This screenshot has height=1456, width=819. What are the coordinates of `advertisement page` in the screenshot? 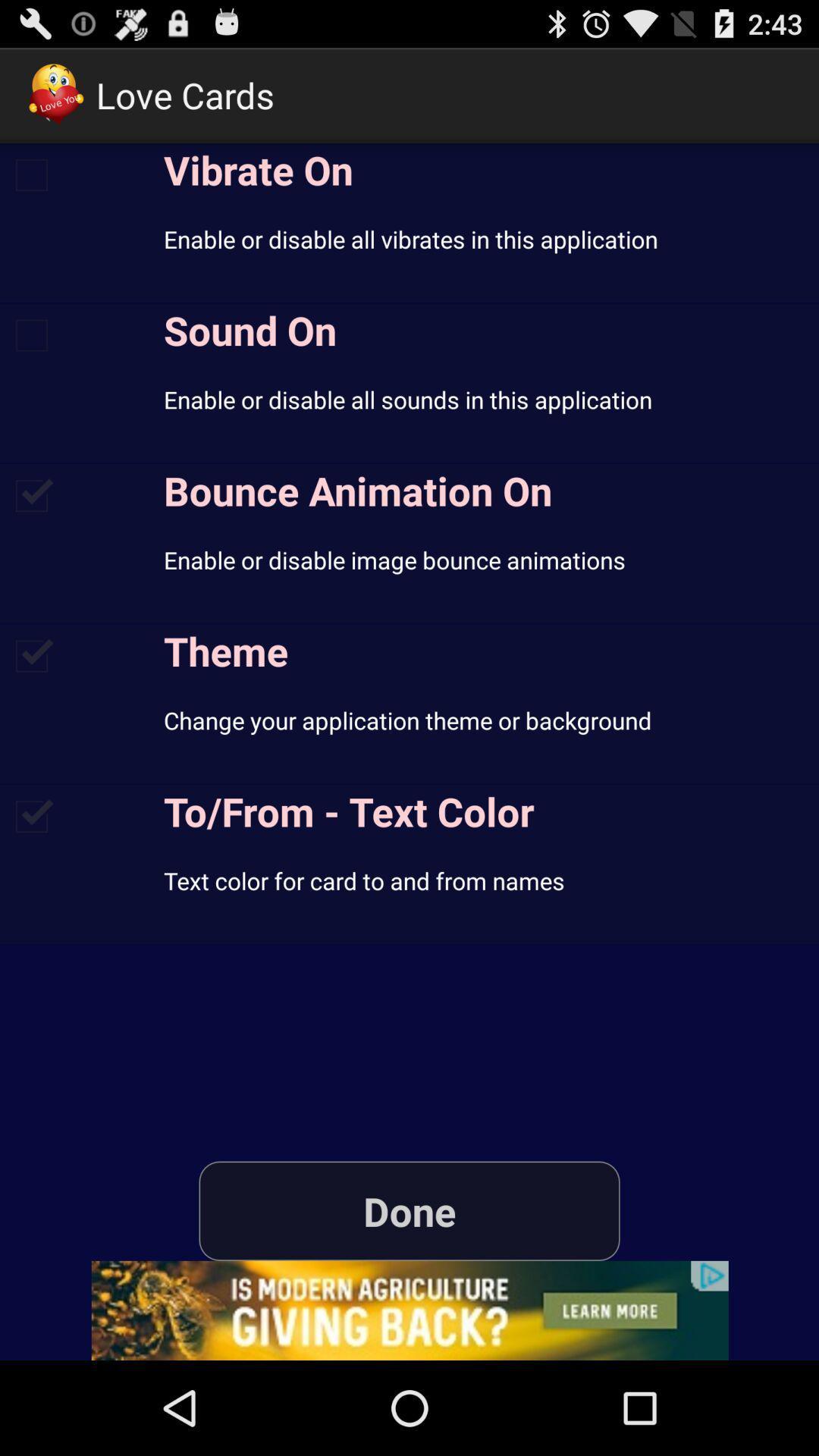 It's located at (409, 1310).